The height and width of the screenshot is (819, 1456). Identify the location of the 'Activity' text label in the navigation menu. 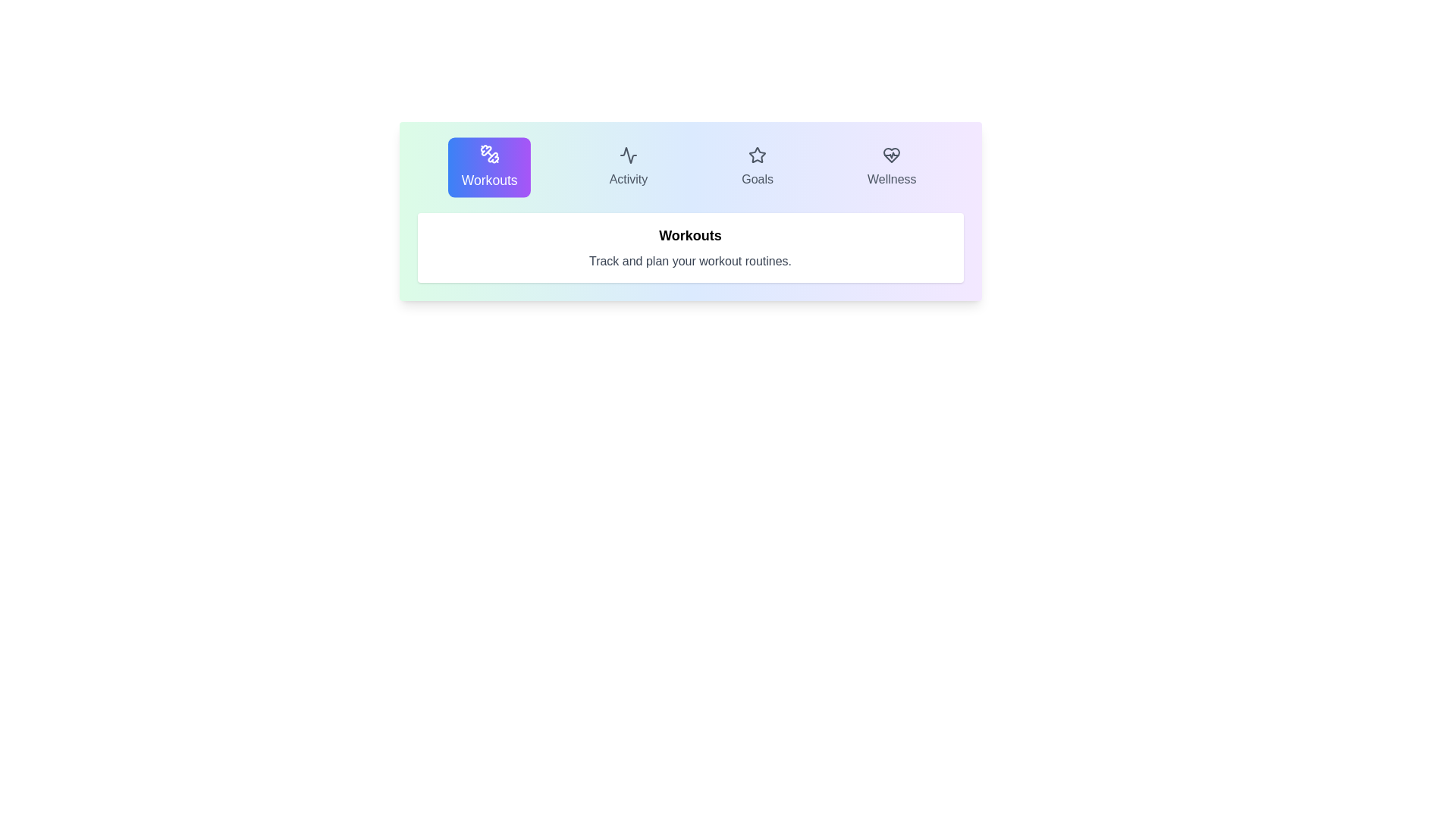
(629, 178).